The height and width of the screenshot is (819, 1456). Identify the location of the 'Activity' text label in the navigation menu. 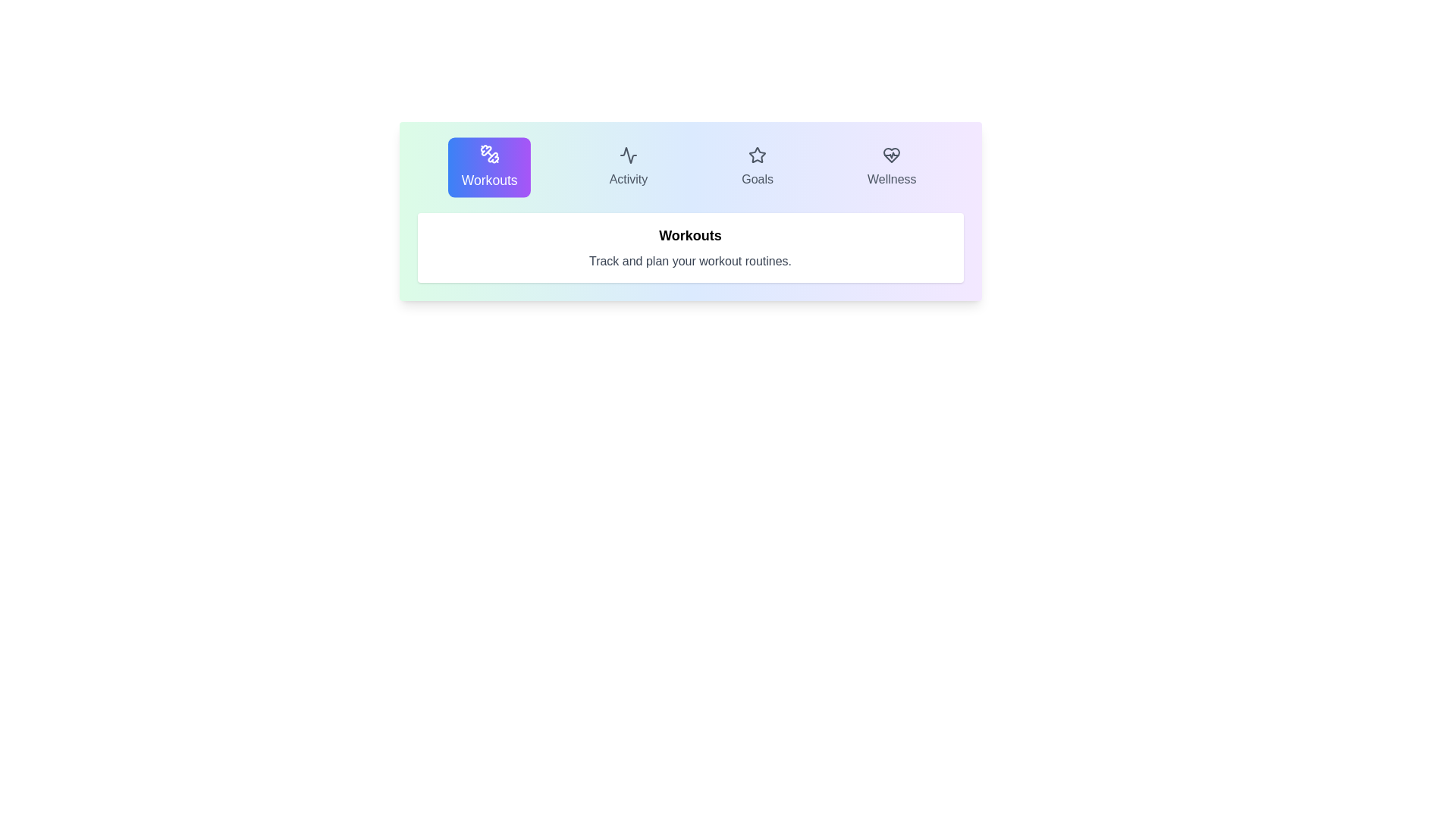
(629, 178).